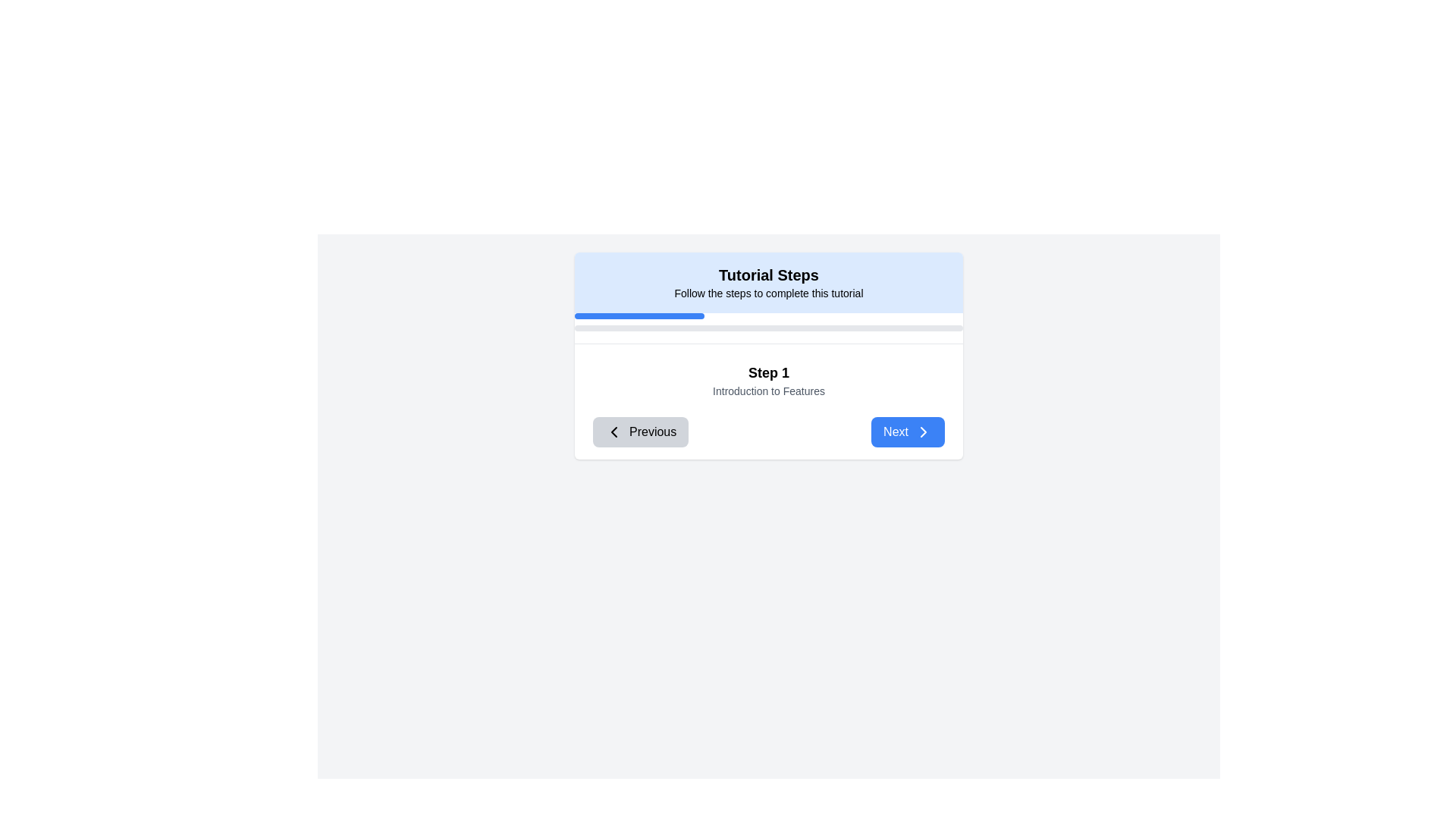  I want to click on the 'Next' button which contains the rightward chevron icon, located at the bottom-right side of the tutorial steps interface, so click(923, 432).